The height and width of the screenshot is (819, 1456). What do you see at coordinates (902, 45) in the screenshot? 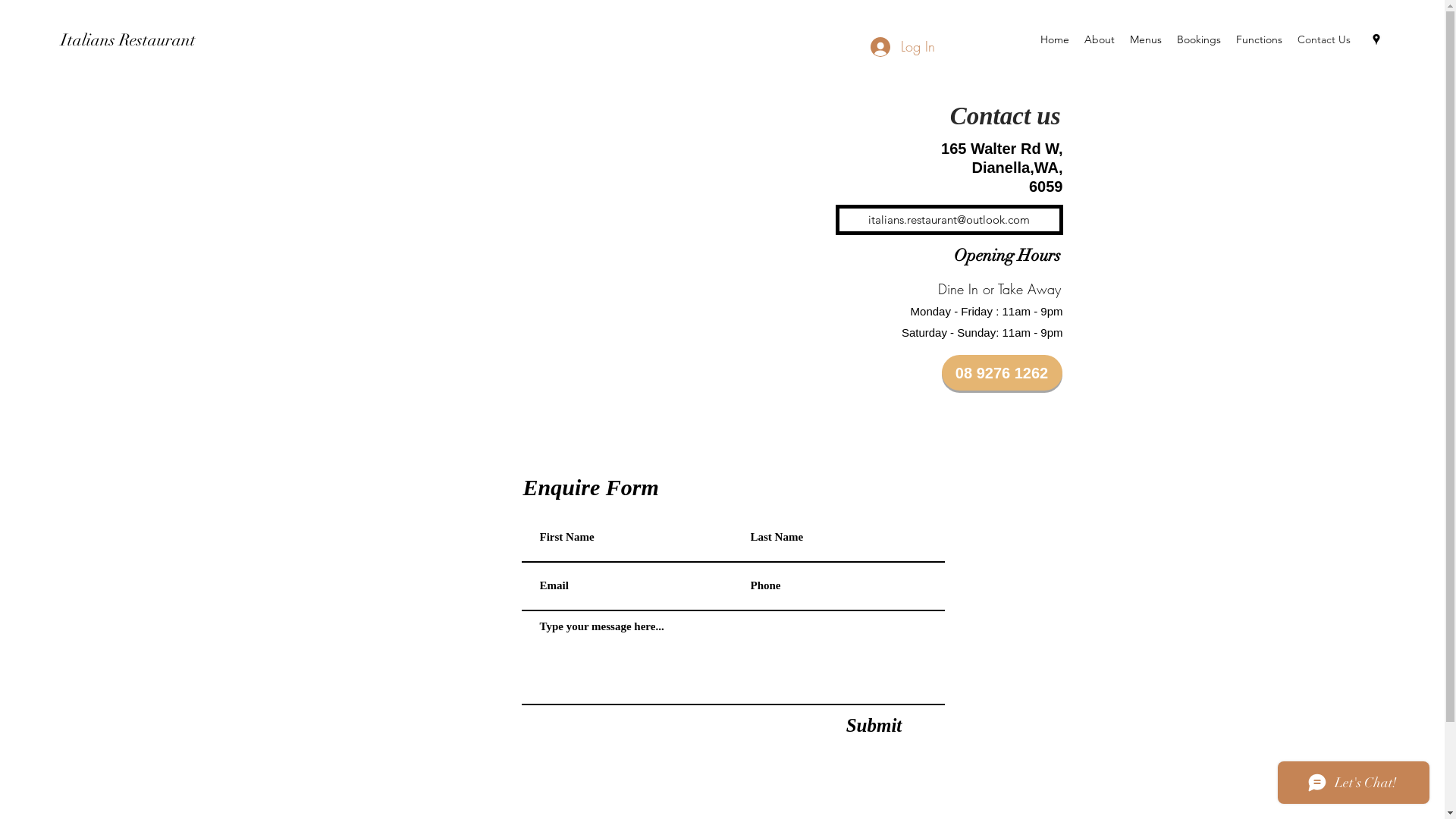
I see `'Log In'` at bounding box center [902, 45].